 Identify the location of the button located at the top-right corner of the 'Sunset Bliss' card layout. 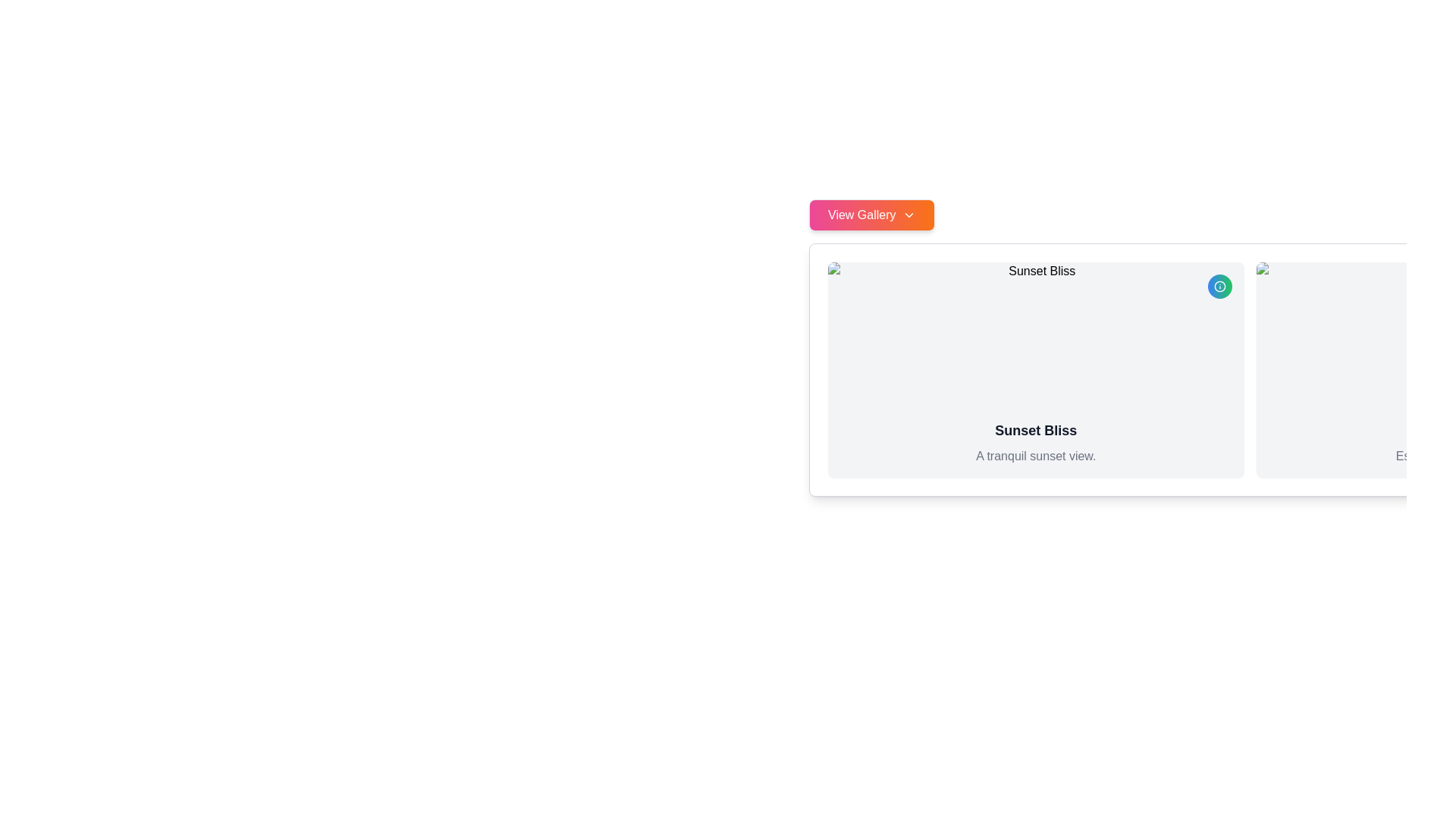
(1219, 287).